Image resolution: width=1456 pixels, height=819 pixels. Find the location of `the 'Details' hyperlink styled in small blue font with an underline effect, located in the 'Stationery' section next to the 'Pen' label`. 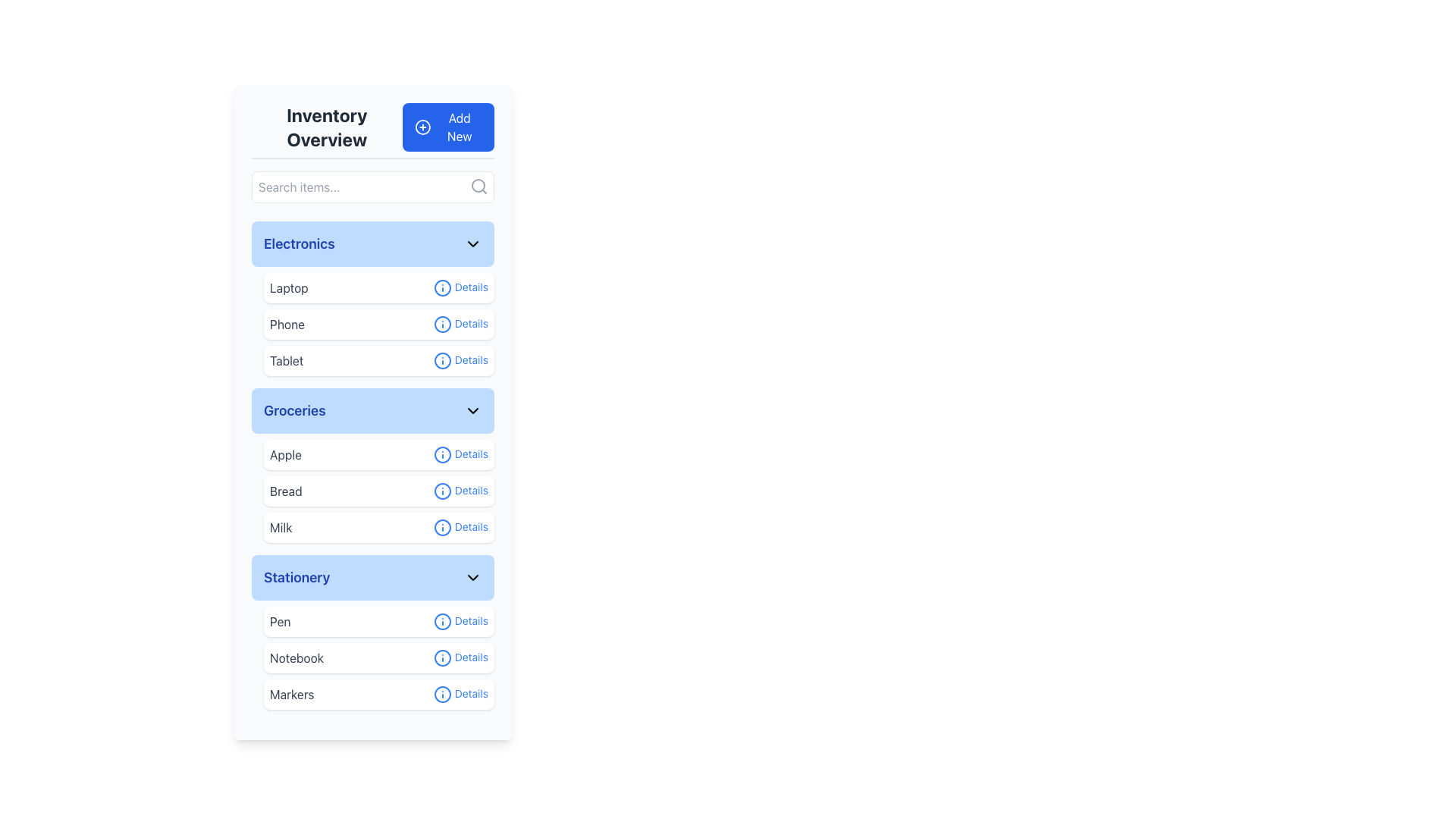

the 'Details' hyperlink styled in small blue font with an underline effect, located in the 'Stationery' section next to the 'Pen' label is located at coordinates (460, 622).